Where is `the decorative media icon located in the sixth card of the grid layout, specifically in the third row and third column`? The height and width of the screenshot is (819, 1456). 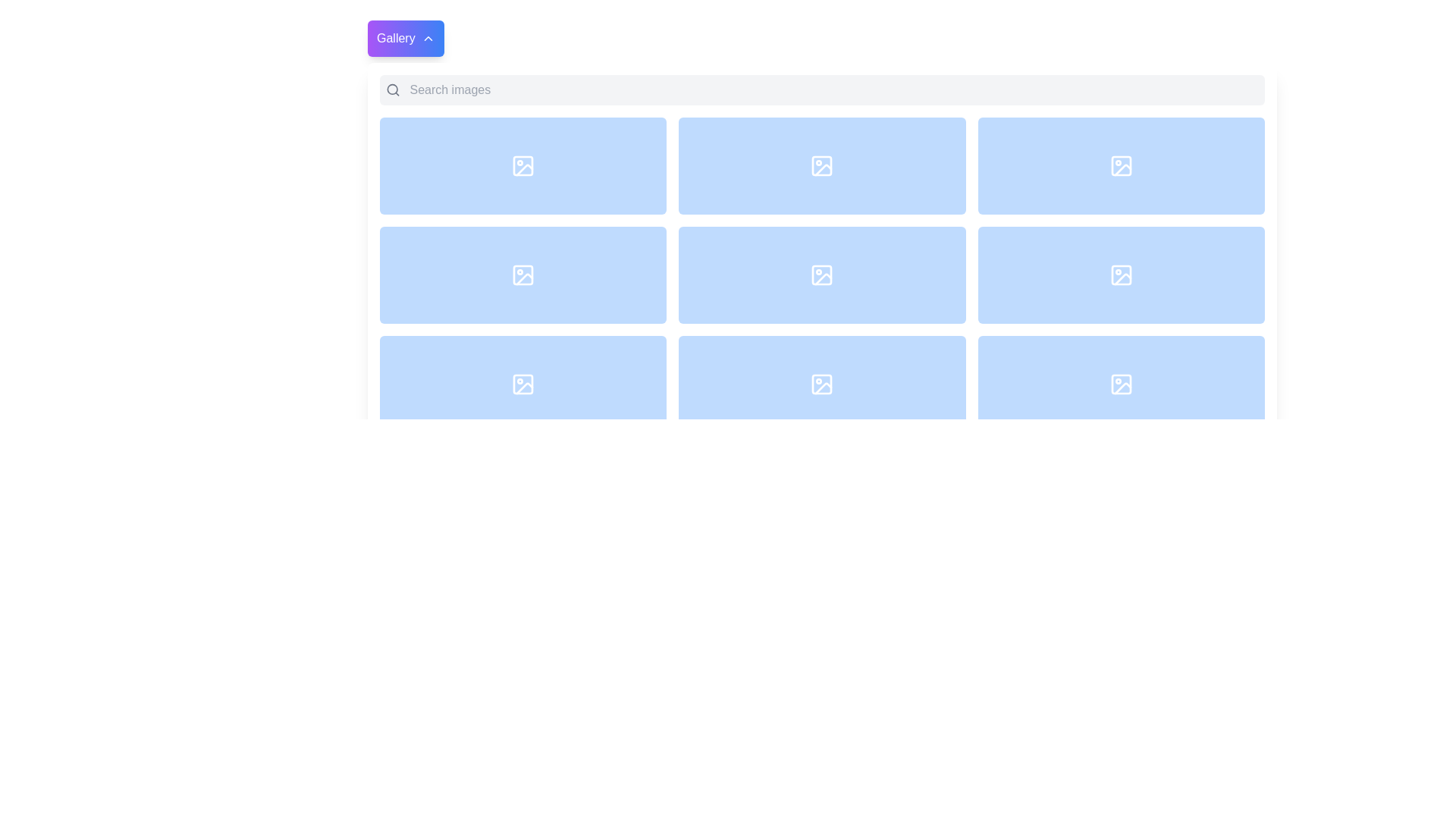 the decorative media icon located in the sixth card of the grid layout, specifically in the third row and third column is located at coordinates (821, 383).